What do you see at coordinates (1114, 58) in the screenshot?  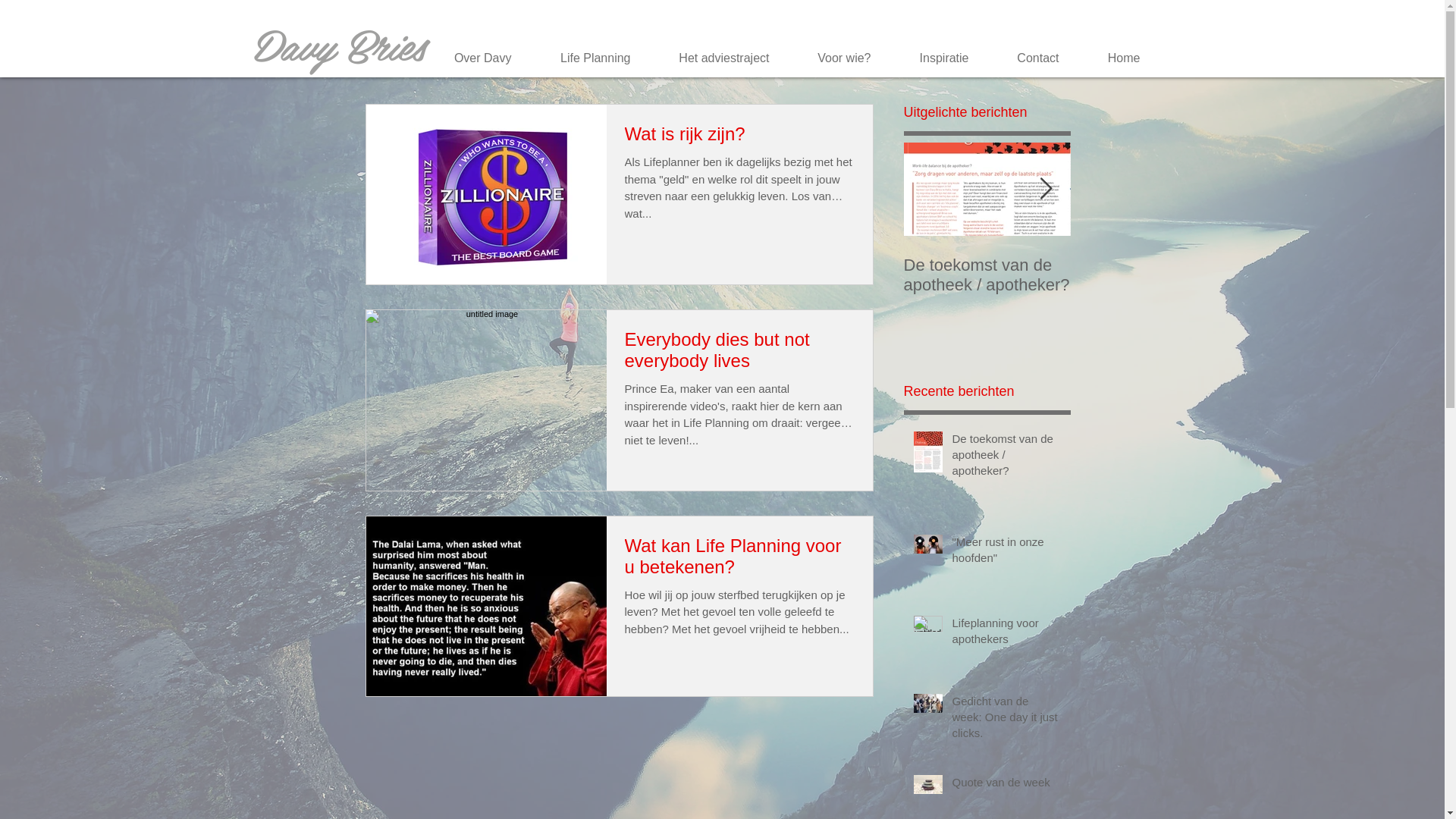 I see `'Home'` at bounding box center [1114, 58].